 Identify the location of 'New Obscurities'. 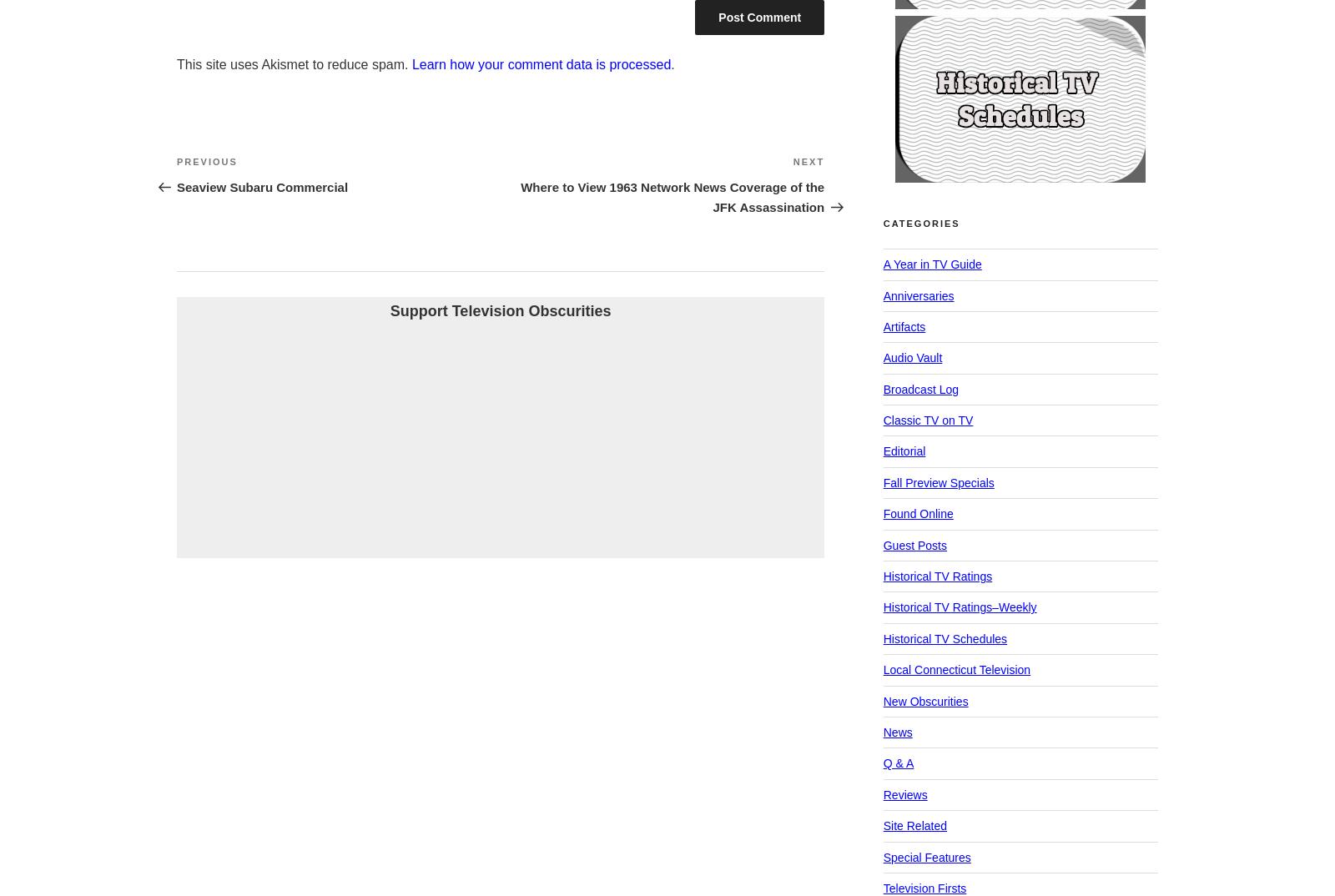
(924, 700).